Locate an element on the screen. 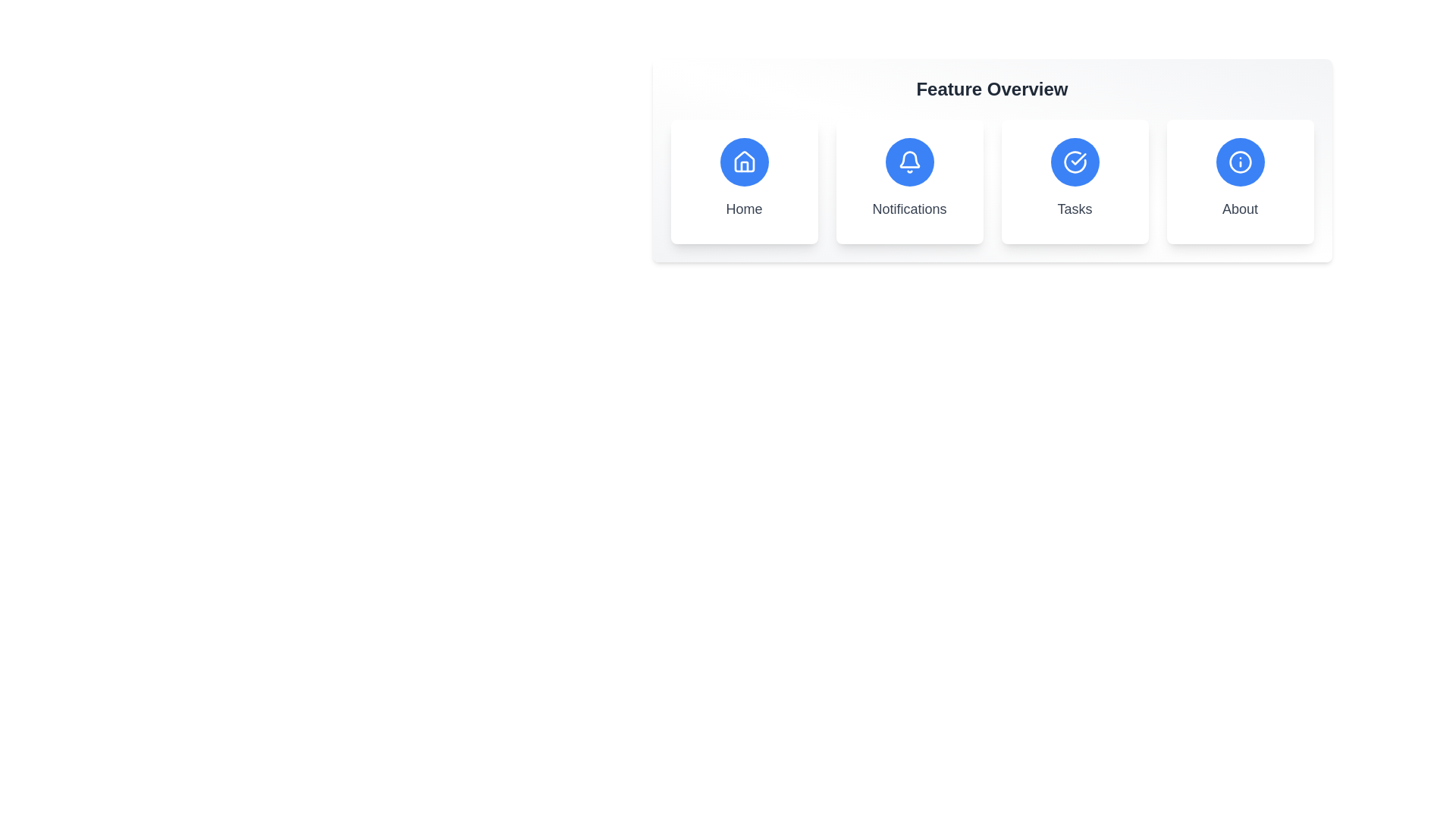  the 'Home' text label, which is styled with a medium gray font and located below a rounded blue house icon is located at coordinates (744, 209).